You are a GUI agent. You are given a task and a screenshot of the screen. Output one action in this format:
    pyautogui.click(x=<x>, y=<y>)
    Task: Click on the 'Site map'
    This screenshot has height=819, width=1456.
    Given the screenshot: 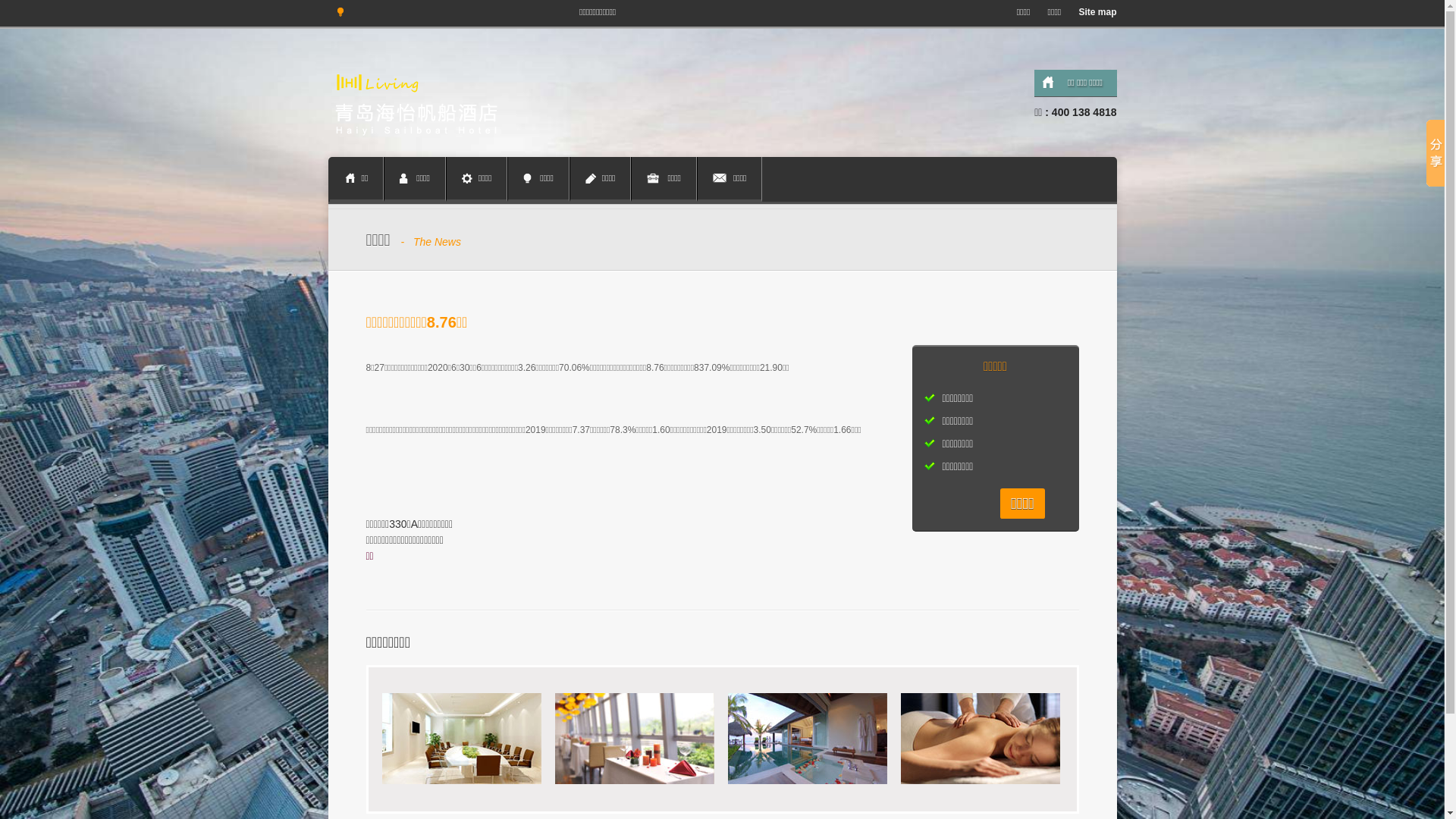 What is the action you would take?
    pyautogui.click(x=1093, y=11)
    